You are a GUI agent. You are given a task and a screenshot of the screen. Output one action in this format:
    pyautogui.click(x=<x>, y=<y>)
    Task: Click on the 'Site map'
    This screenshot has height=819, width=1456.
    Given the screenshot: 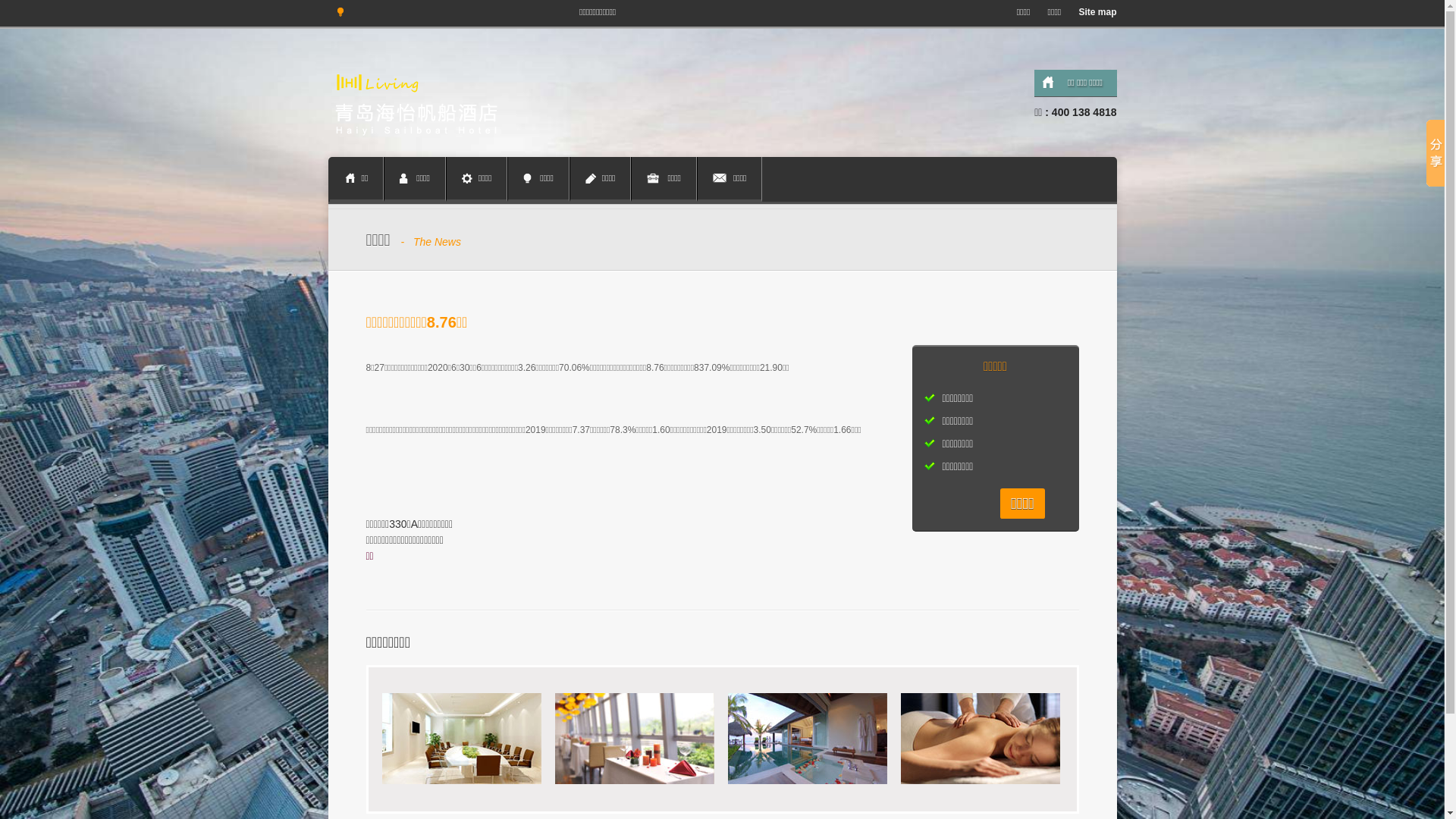 What is the action you would take?
    pyautogui.click(x=1093, y=11)
    